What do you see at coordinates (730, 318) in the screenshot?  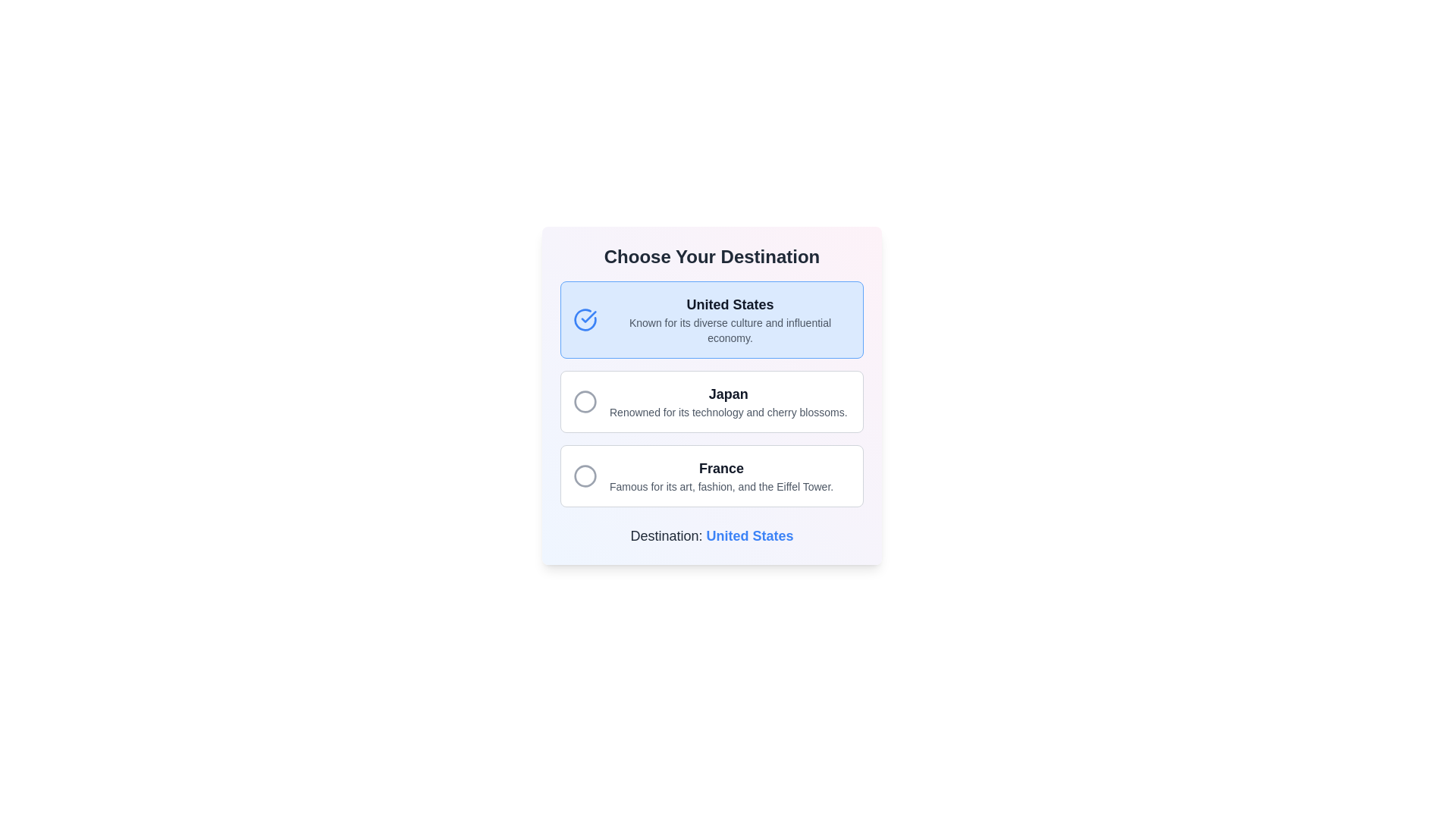 I see `the first selectable list item for 'United States' in the 'Choose Your Destination' section` at bounding box center [730, 318].